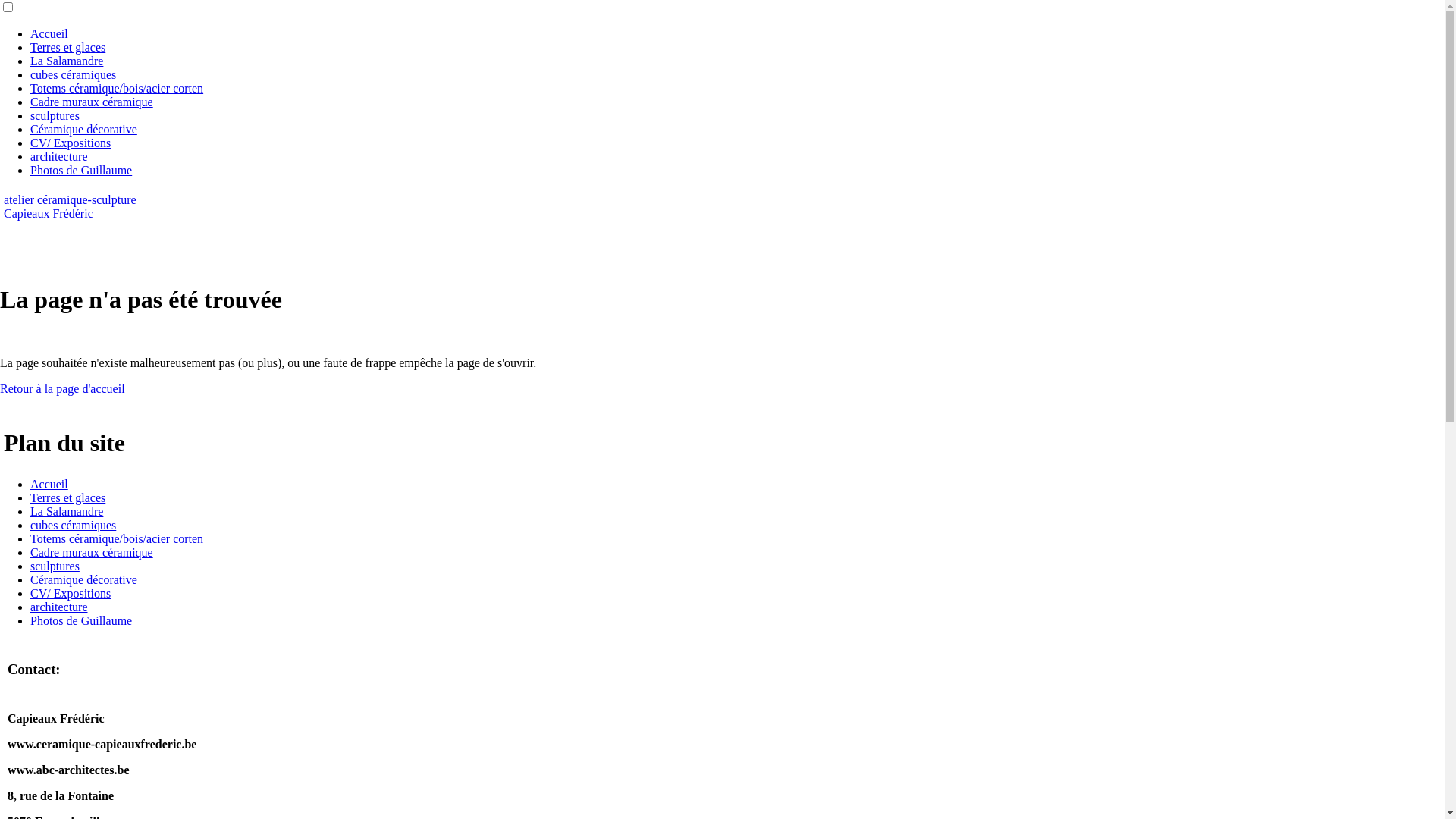 The height and width of the screenshot is (819, 1456). I want to click on 'La Salamandre', so click(65, 60).